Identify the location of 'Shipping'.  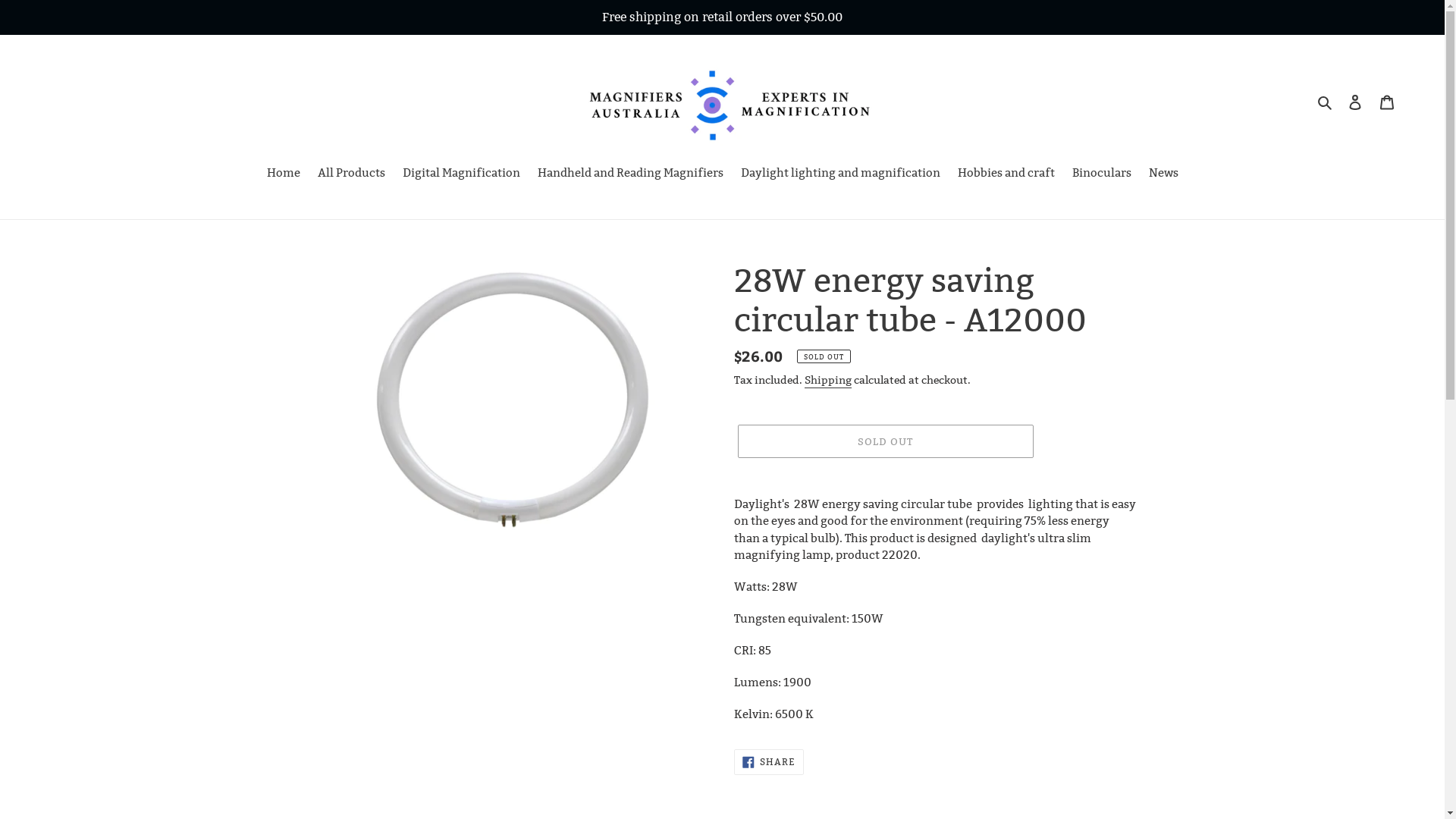
(803, 379).